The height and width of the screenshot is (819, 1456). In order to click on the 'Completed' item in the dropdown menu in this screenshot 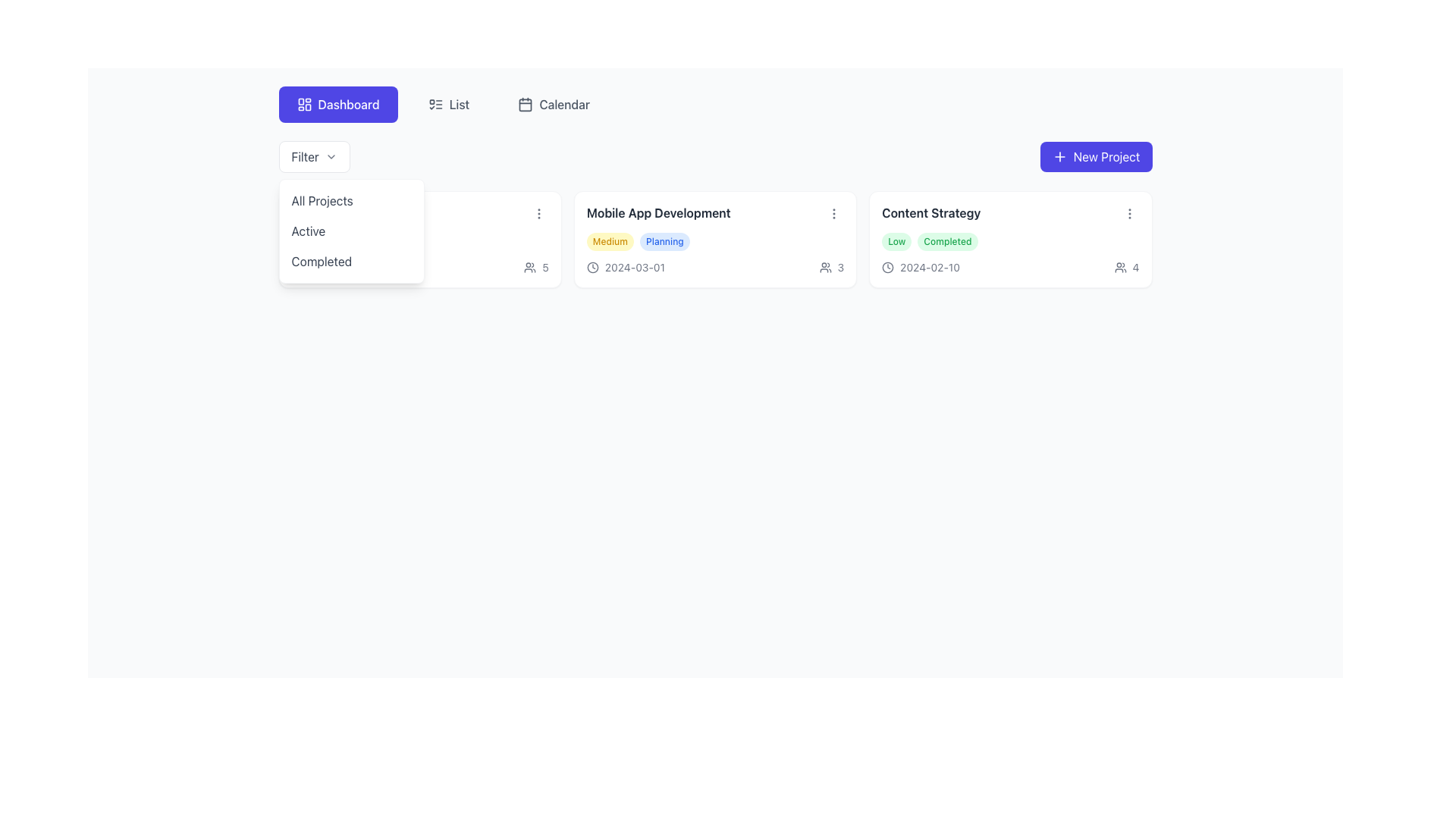, I will do `click(350, 260)`.